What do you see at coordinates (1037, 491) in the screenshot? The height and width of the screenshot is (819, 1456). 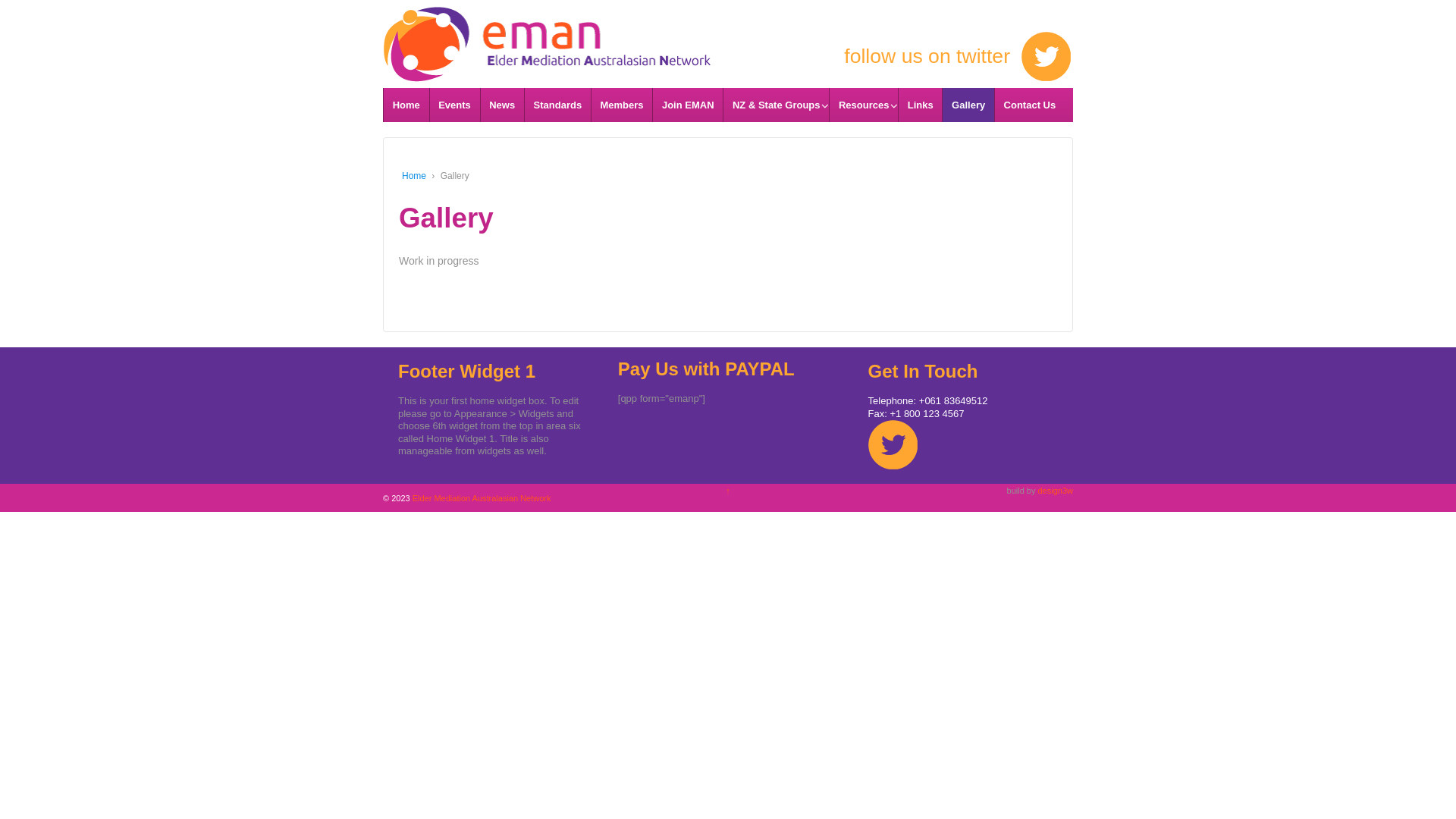 I see `'design3w'` at bounding box center [1037, 491].